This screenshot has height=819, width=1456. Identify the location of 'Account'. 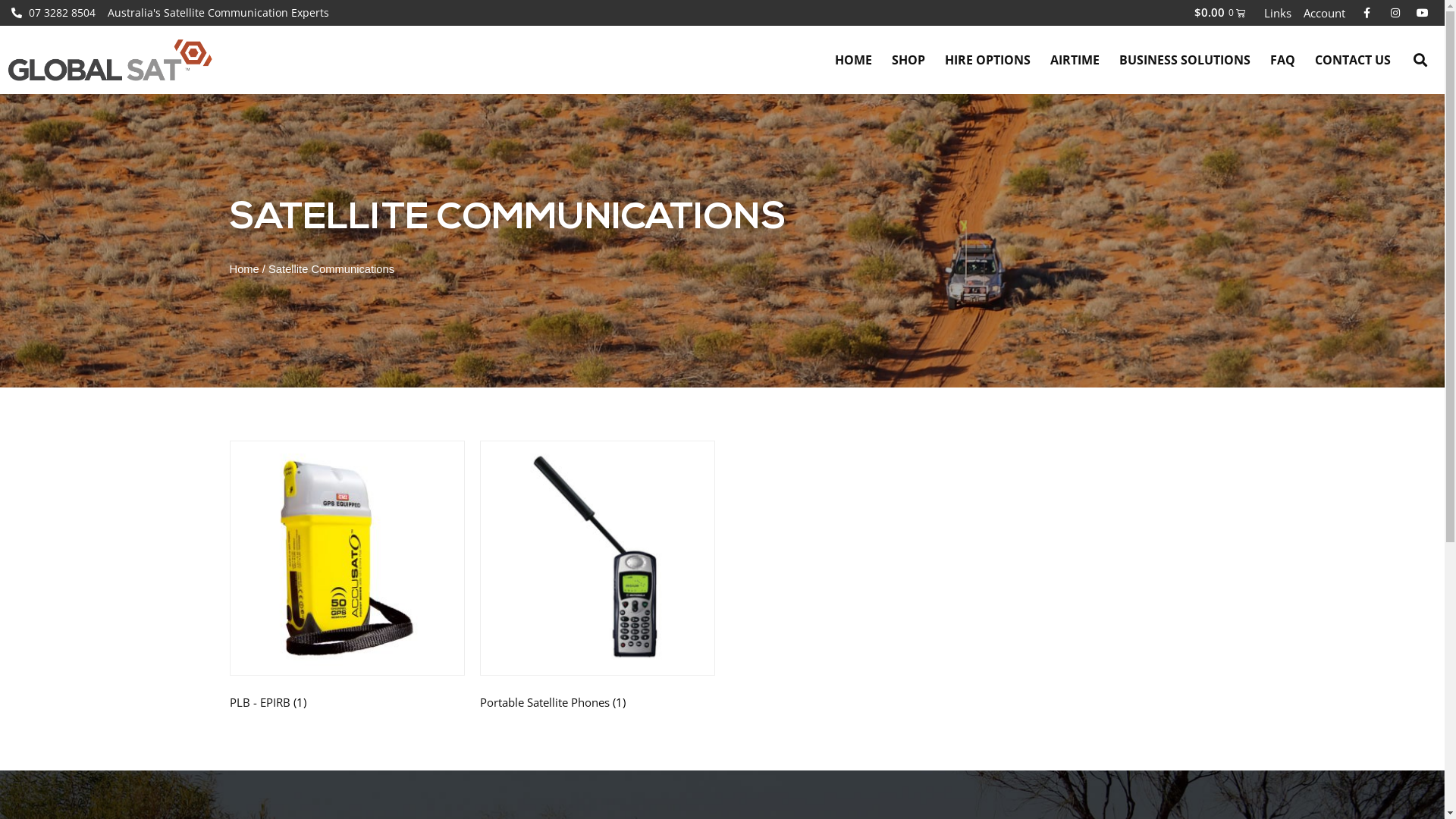
(1323, 12).